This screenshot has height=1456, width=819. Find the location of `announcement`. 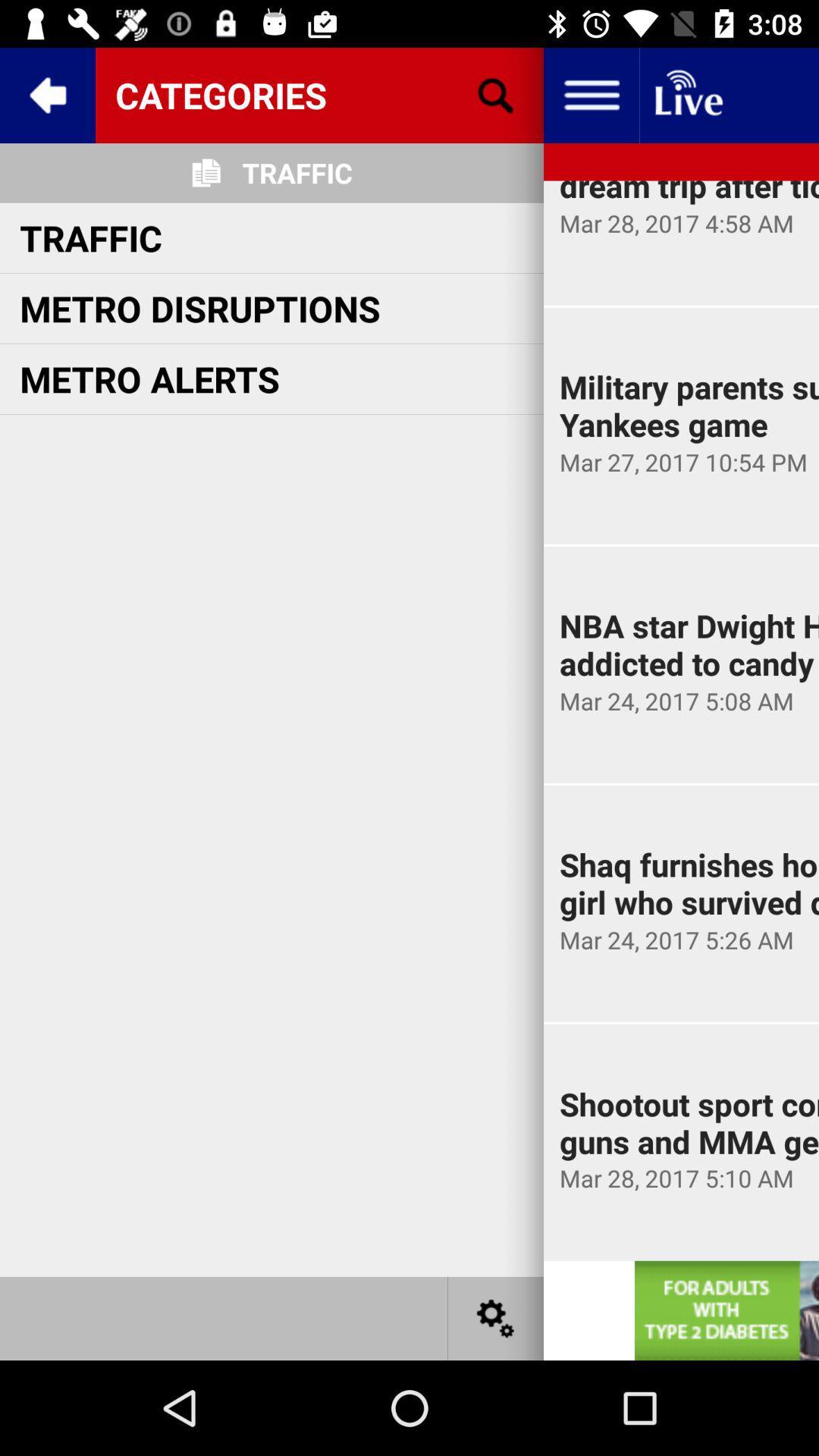

announcement is located at coordinates (726, 1310).